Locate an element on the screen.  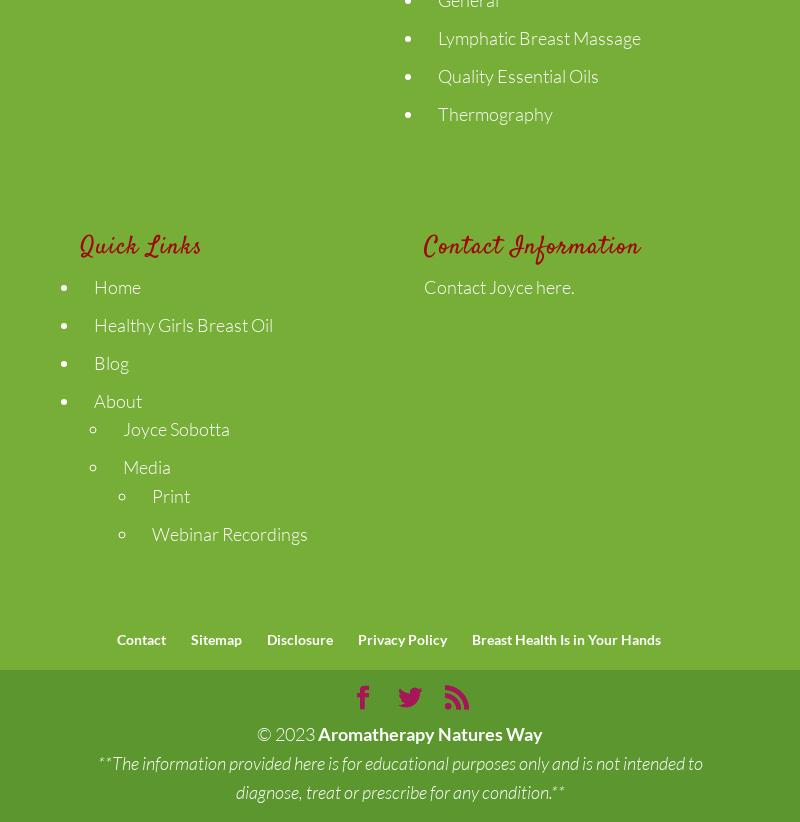
'Home' is located at coordinates (94, 285).